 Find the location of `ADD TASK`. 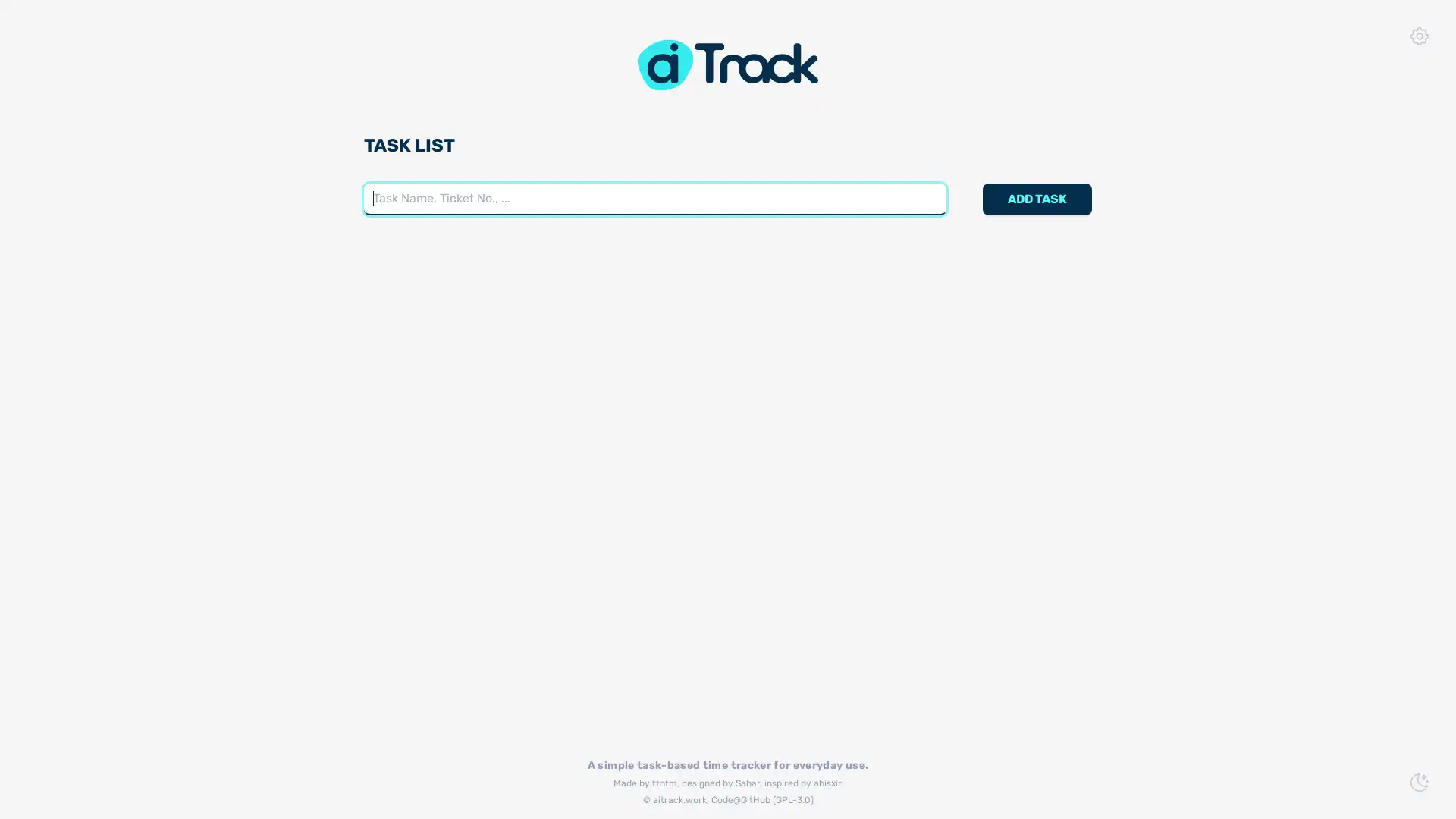

ADD TASK is located at coordinates (1037, 198).